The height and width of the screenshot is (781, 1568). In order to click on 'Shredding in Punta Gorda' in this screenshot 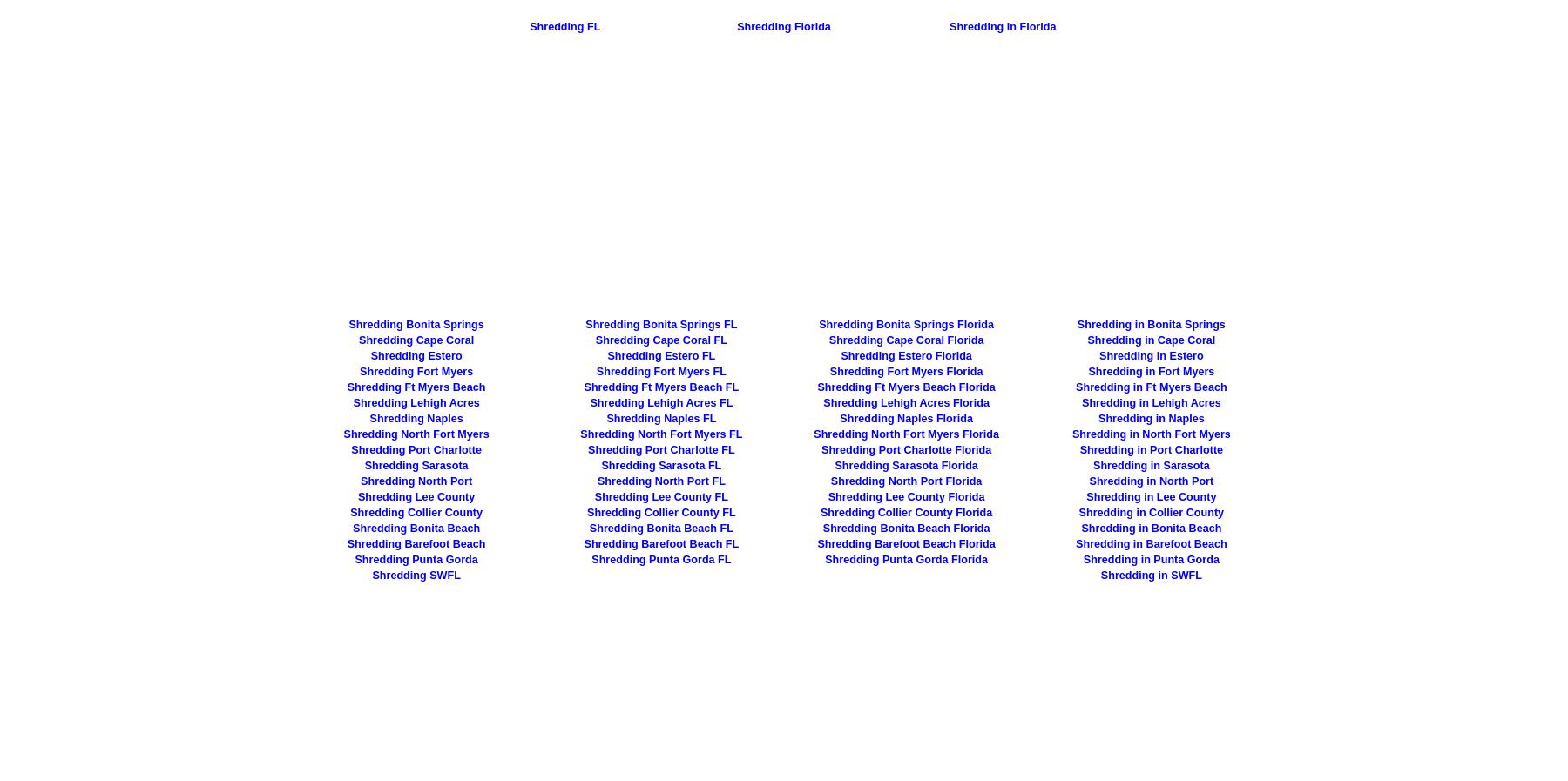, I will do `click(1151, 559)`.